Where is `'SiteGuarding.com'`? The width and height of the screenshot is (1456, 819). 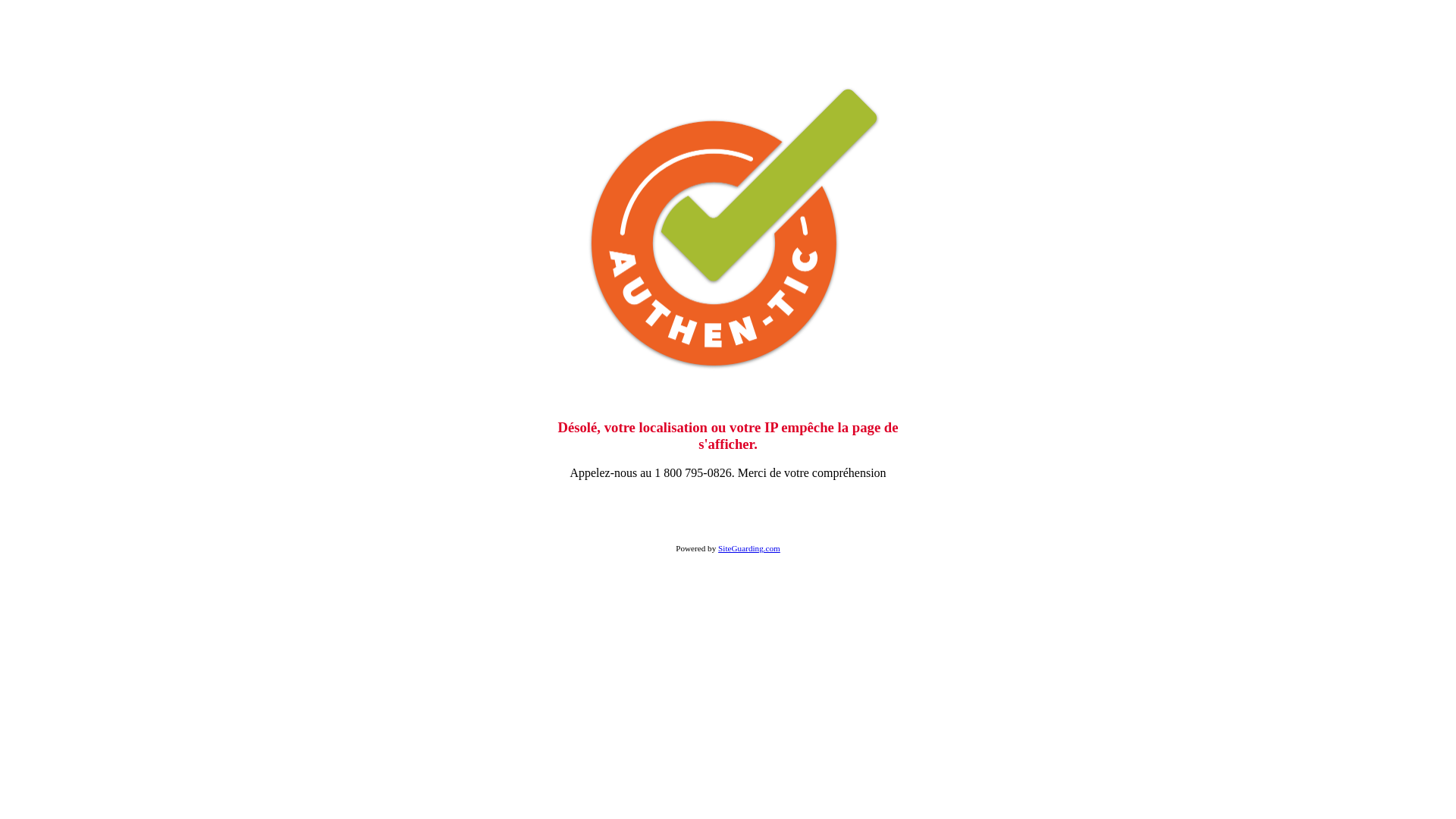
'SiteGuarding.com' is located at coordinates (749, 548).